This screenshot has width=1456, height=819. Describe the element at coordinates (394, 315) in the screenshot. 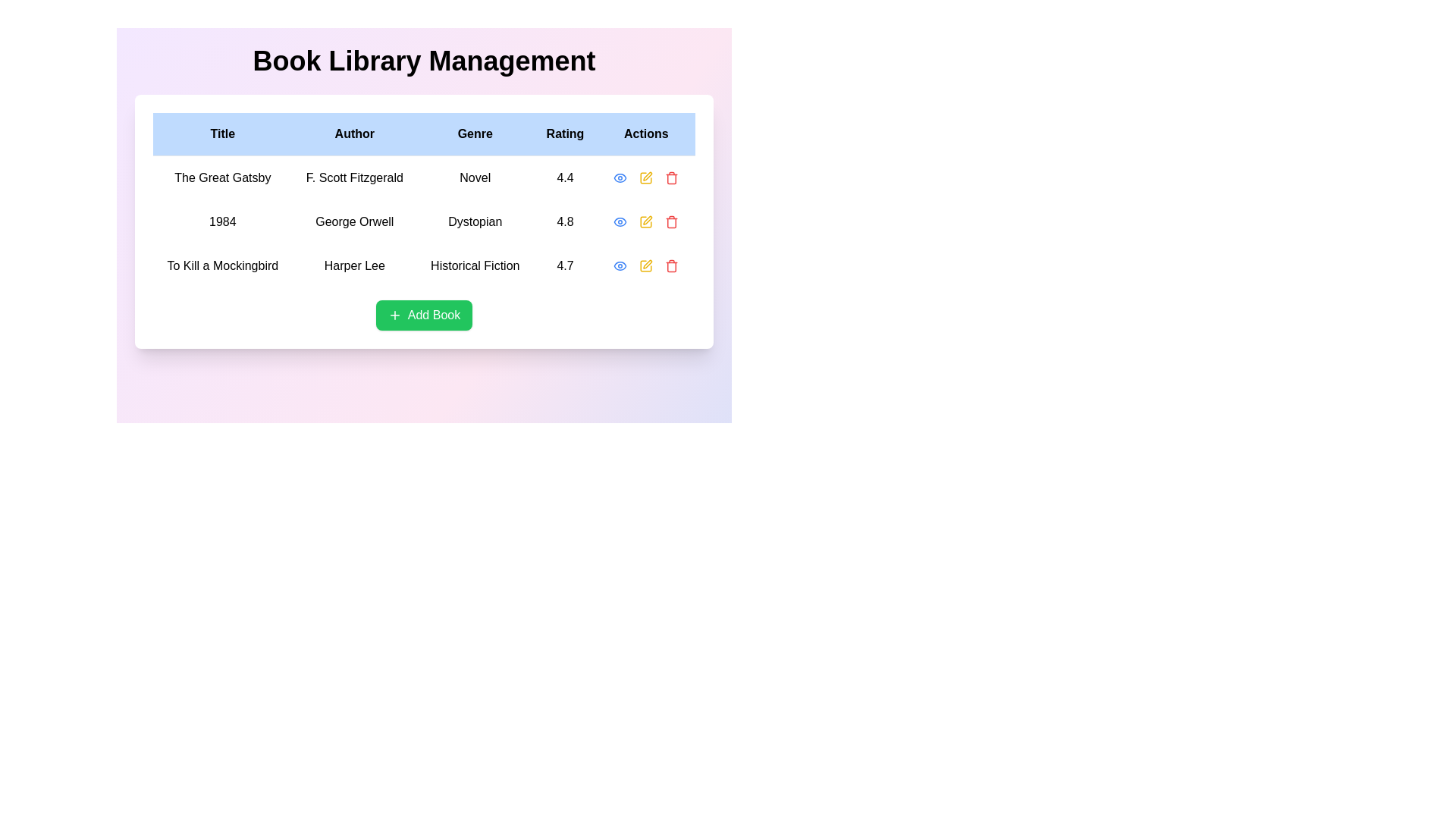

I see `the plus sign icon within the 'Add Book' button for accessibility tools` at that location.